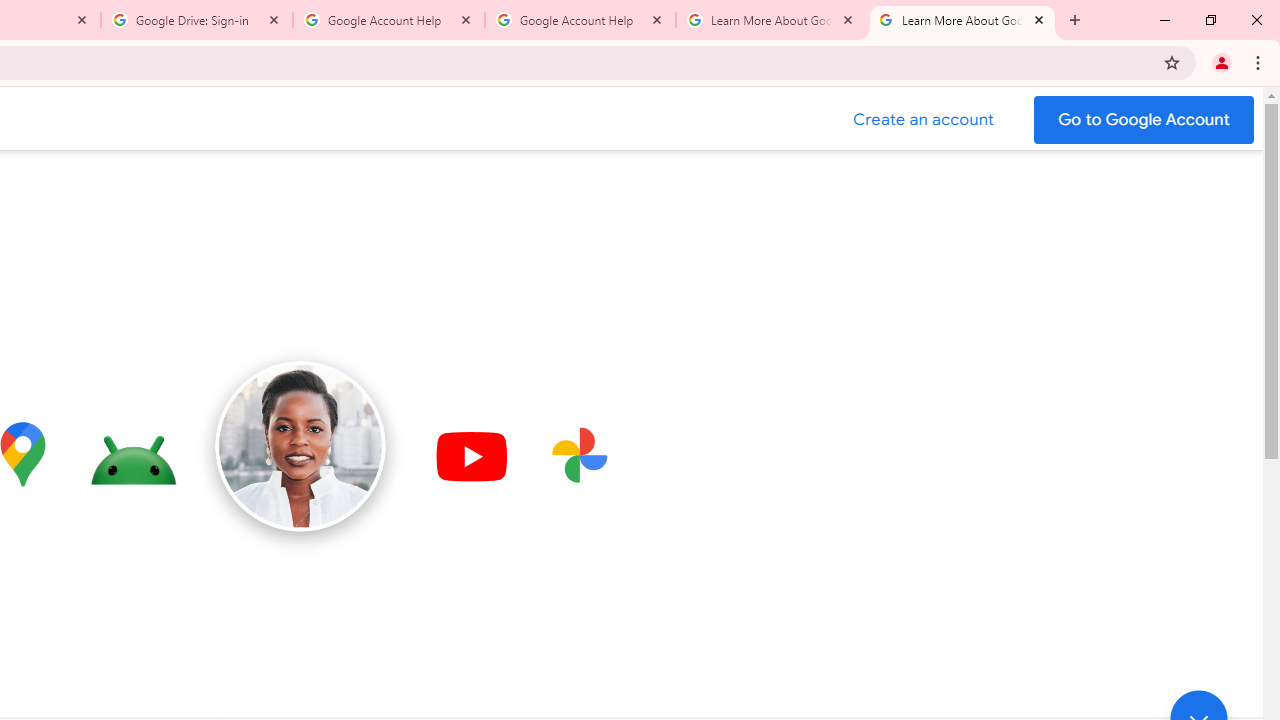  I want to click on 'Create a Google Account', so click(923, 119).